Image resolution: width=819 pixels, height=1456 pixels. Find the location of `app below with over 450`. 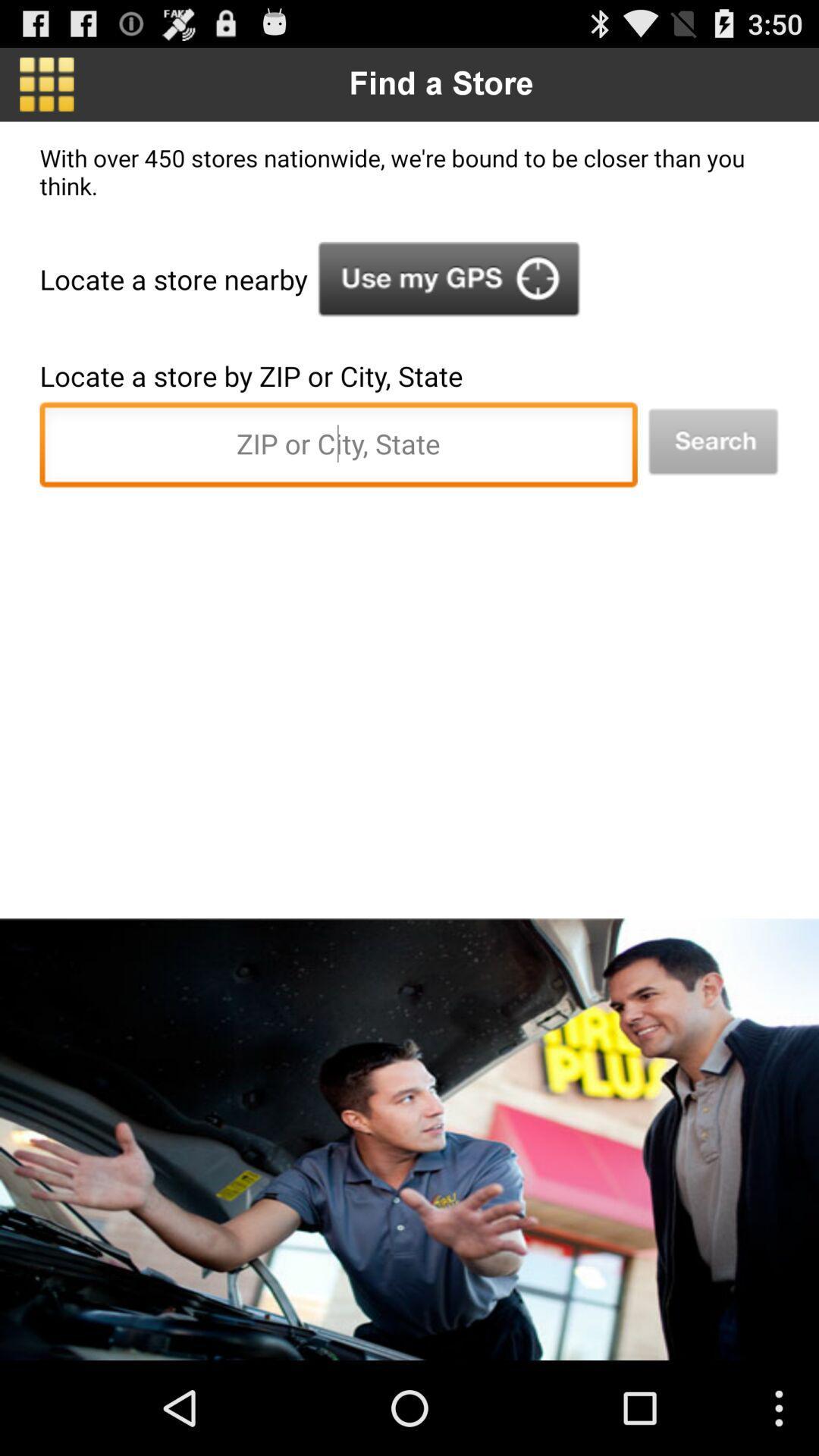

app below with over 450 is located at coordinates (713, 441).